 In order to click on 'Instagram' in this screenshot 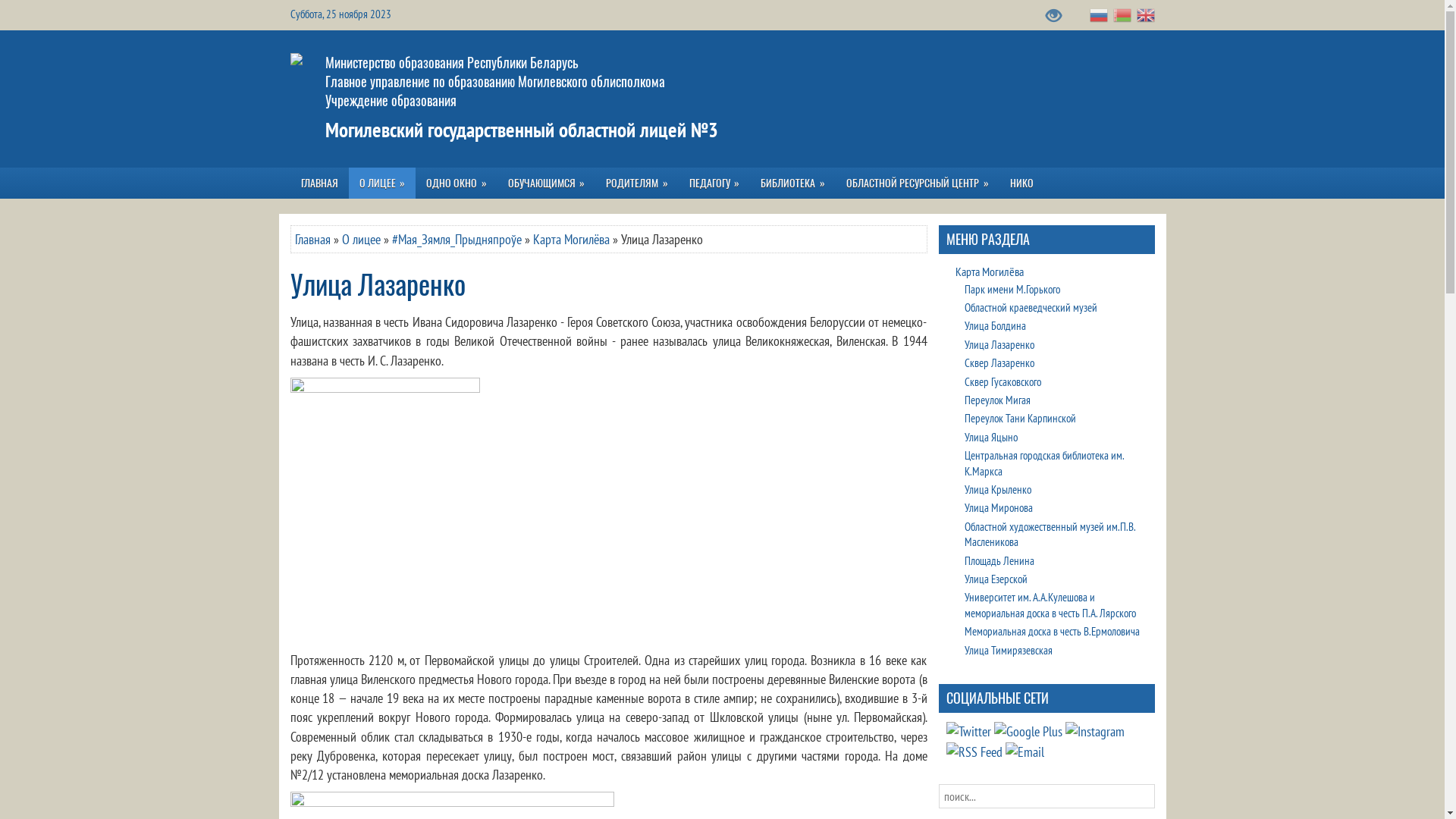, I will do `click(1094, 730)`.